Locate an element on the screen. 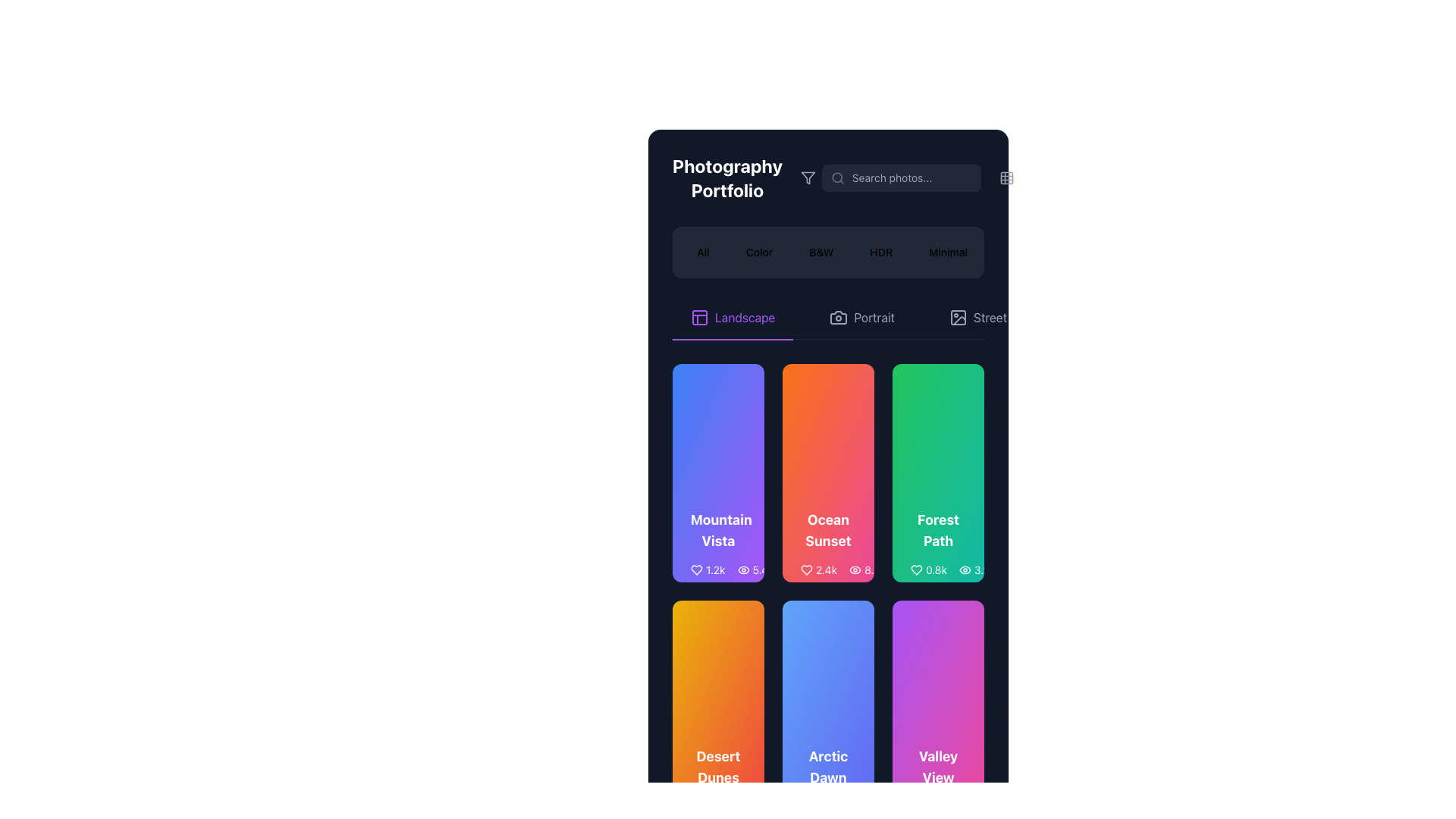 The width and height of the screenshot is (1456, 819). the camera icon, which is a minimalistic outlined design with a dark stroke, located to the left of the text 'Portrait' in the navigation bar for filtering photographs is located at coordinates (838, 317).